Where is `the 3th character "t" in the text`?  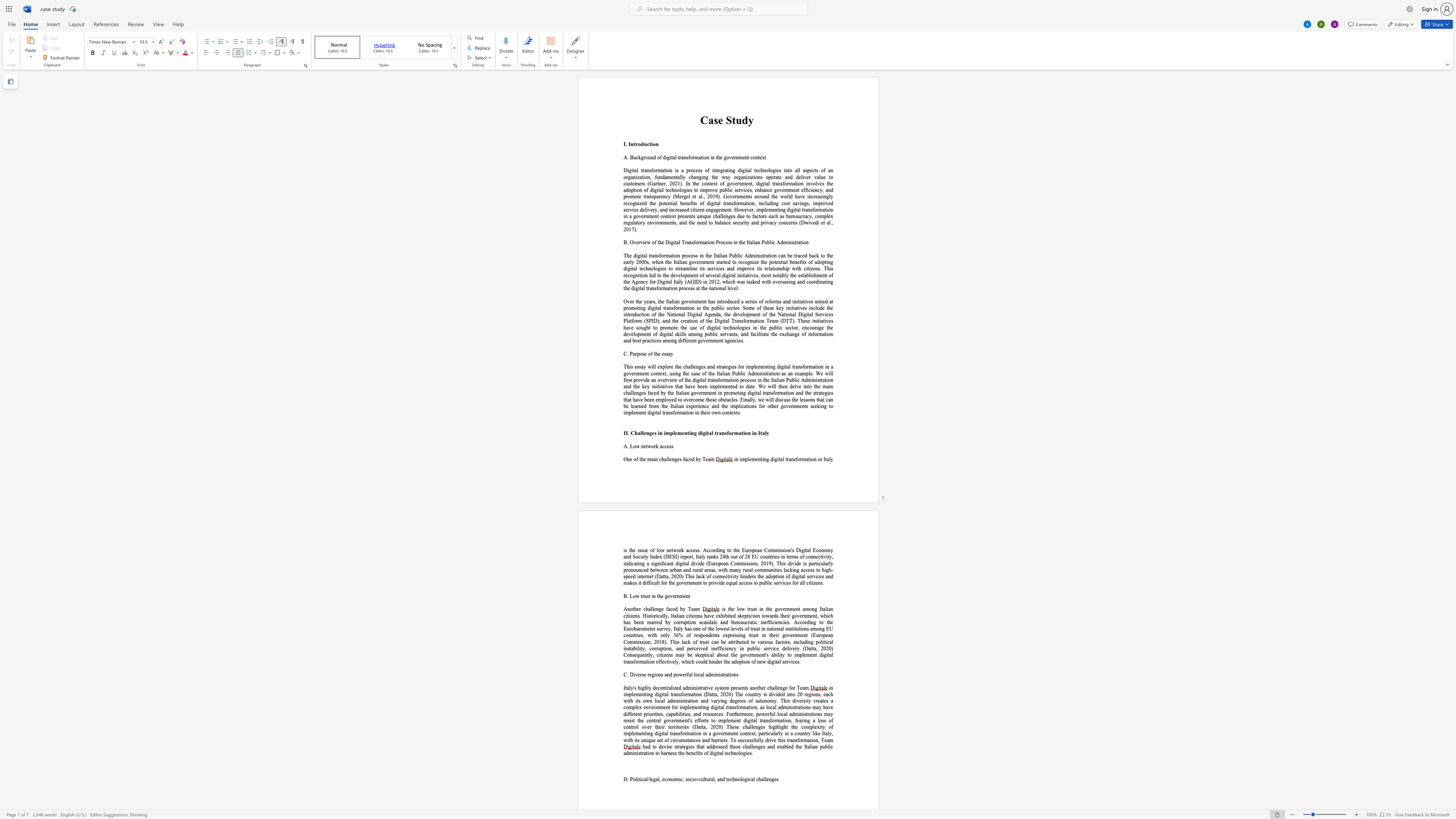 the 3th character "t" in the text is located at coordinates (726, 779).